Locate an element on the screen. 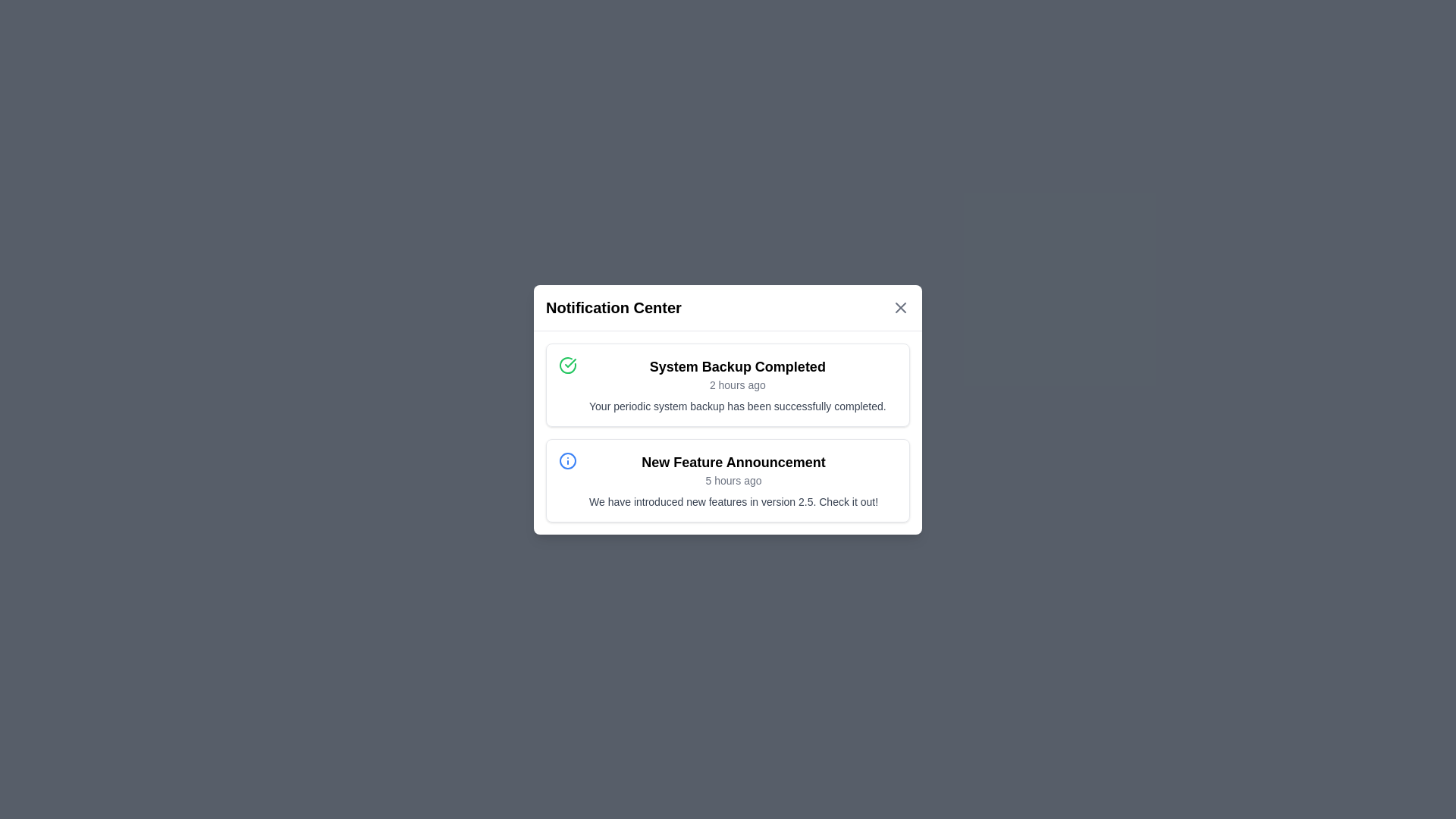 The image size is (1456, 819). the circular information icon with a light blue outline located at the top-left corner of the 'New Feature Announcement' notification card by moving the cursor to its center is located at coordinates (566, 460).